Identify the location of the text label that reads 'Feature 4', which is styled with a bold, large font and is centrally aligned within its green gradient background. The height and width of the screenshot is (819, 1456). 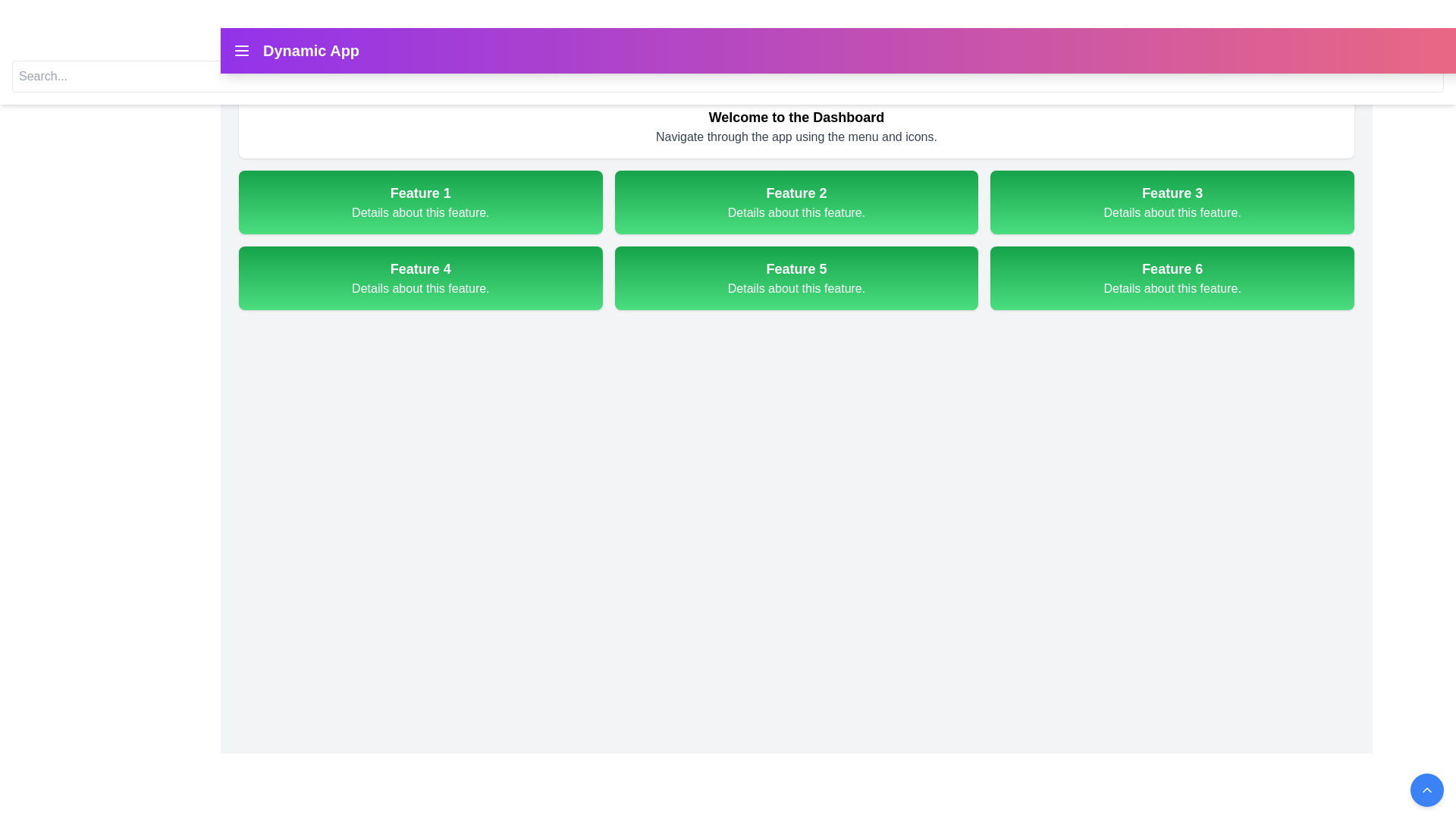
(420, 268).